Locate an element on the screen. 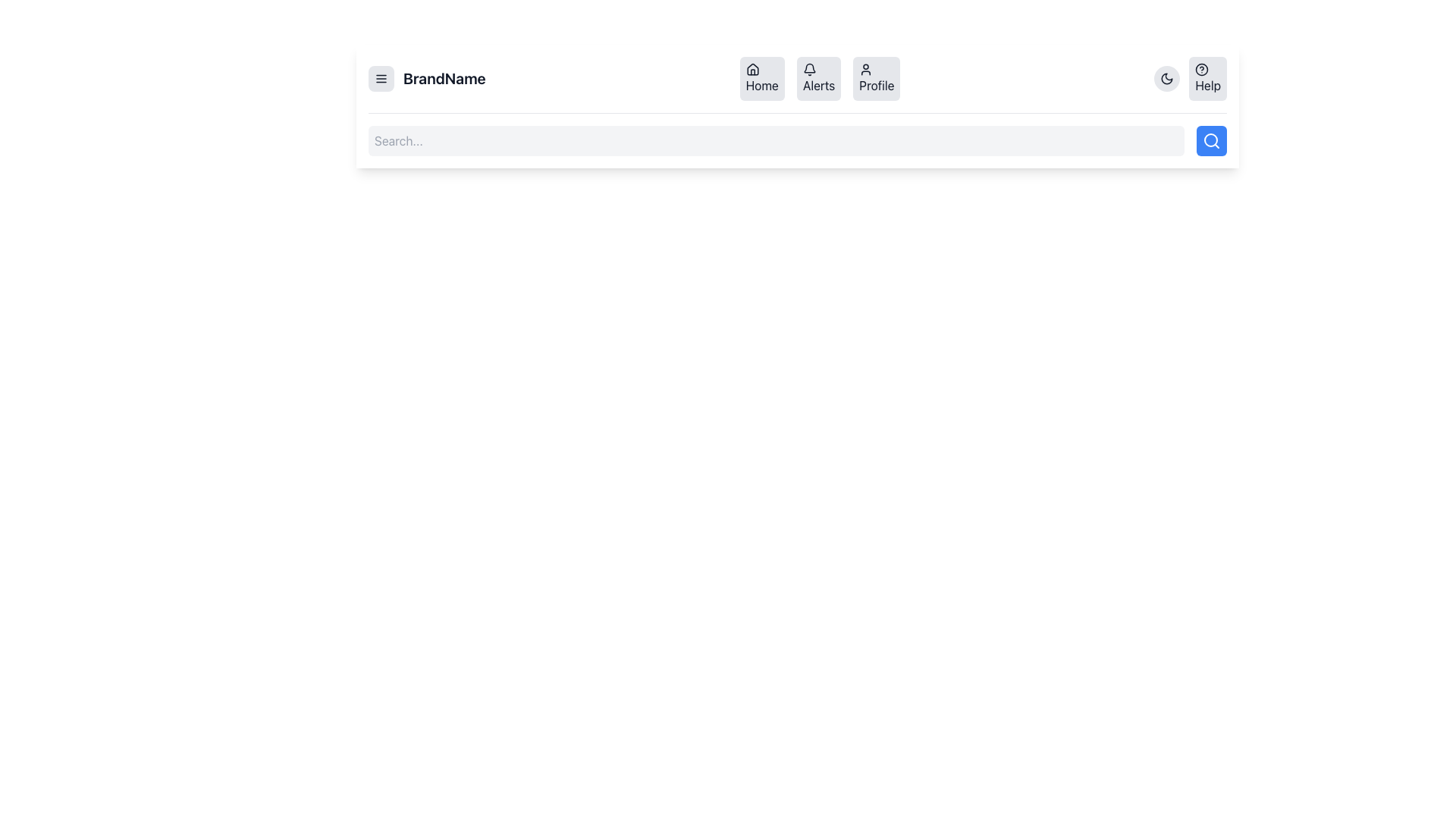 The height and width of the screenshot is (819, 1456). the SVG icon in the top-right corner of the interface, which toggles between light and dark modes of the interface is located at coordinates (1166, 79).